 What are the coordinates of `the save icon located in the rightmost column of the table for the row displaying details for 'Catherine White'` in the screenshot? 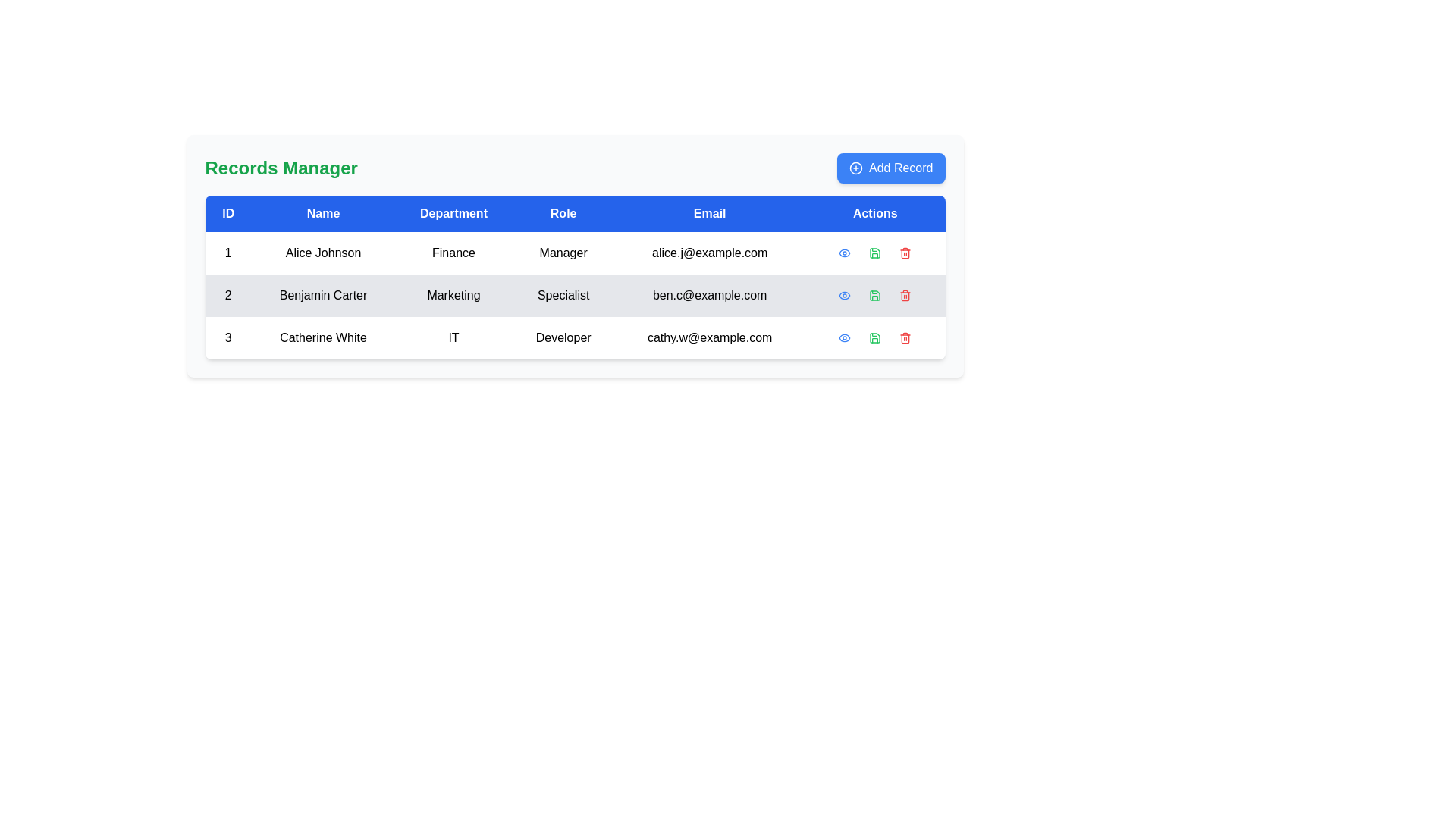 It's located at (875, 337).